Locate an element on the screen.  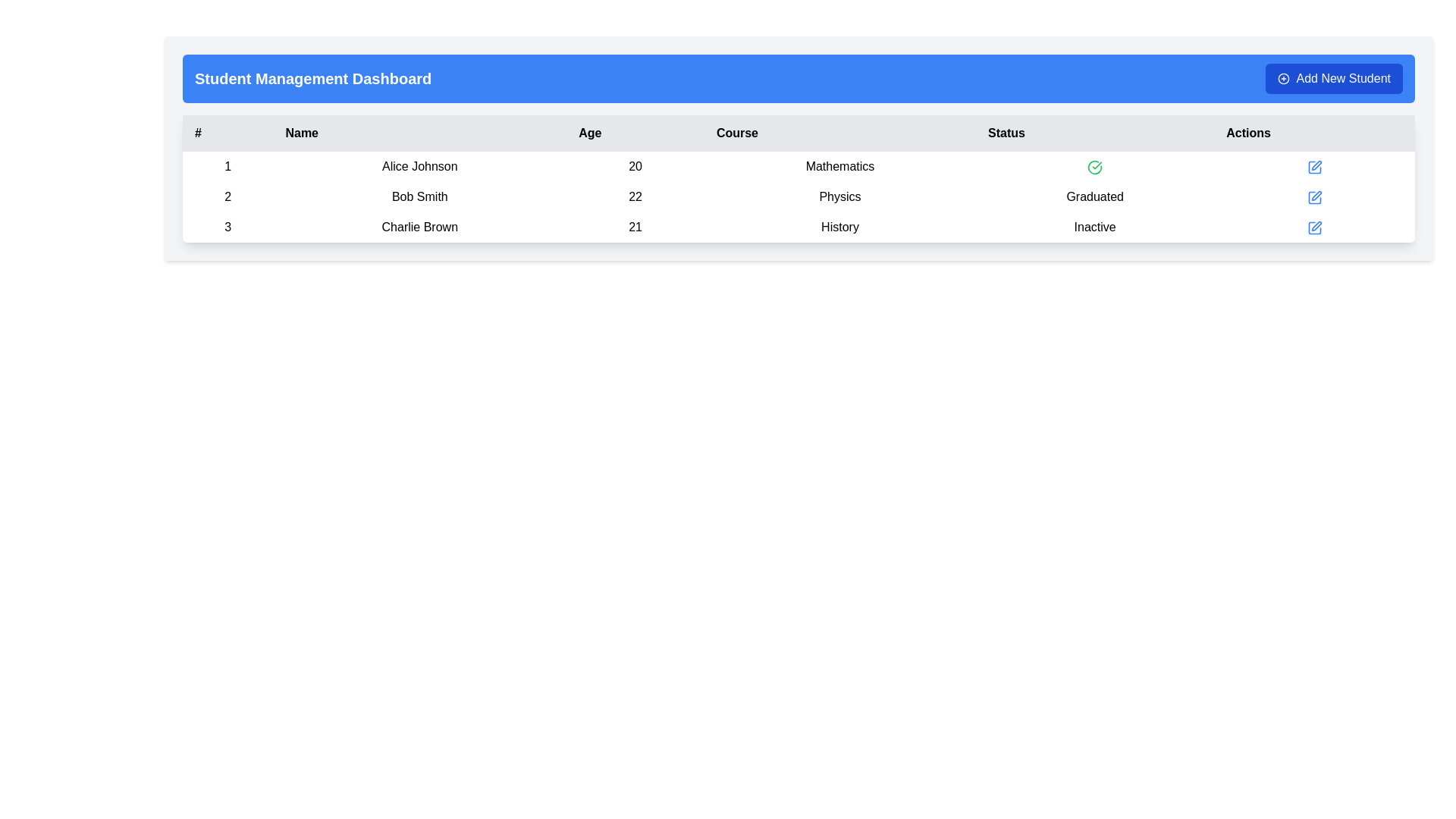
the first table row containing the details for 'Alice Johnson', which includes her age, course, and a green checkmark status indicator, to focus on it is located at coordinates (798, 166).